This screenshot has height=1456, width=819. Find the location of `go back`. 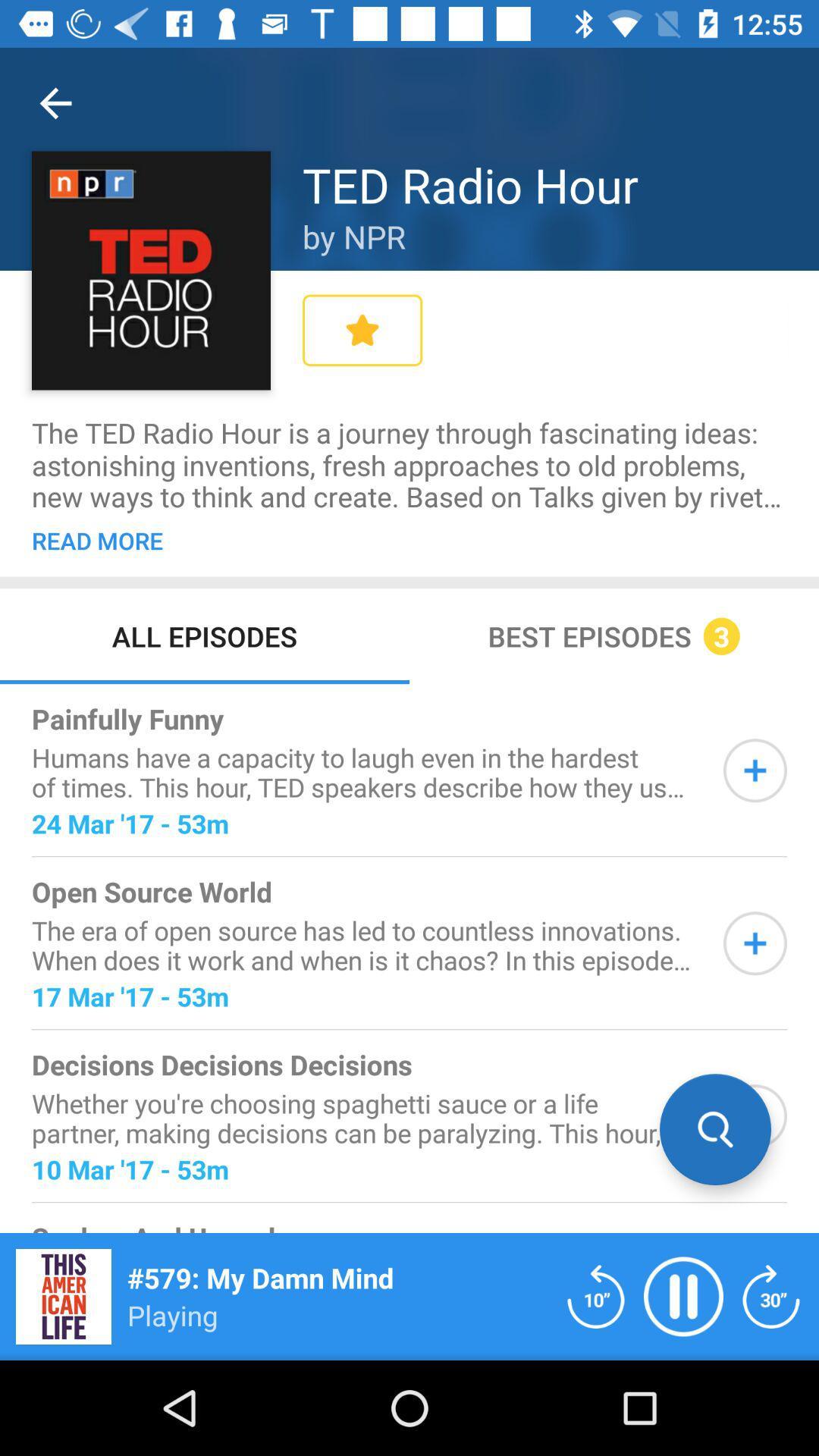

go back is located at coordinates (595, 1295).